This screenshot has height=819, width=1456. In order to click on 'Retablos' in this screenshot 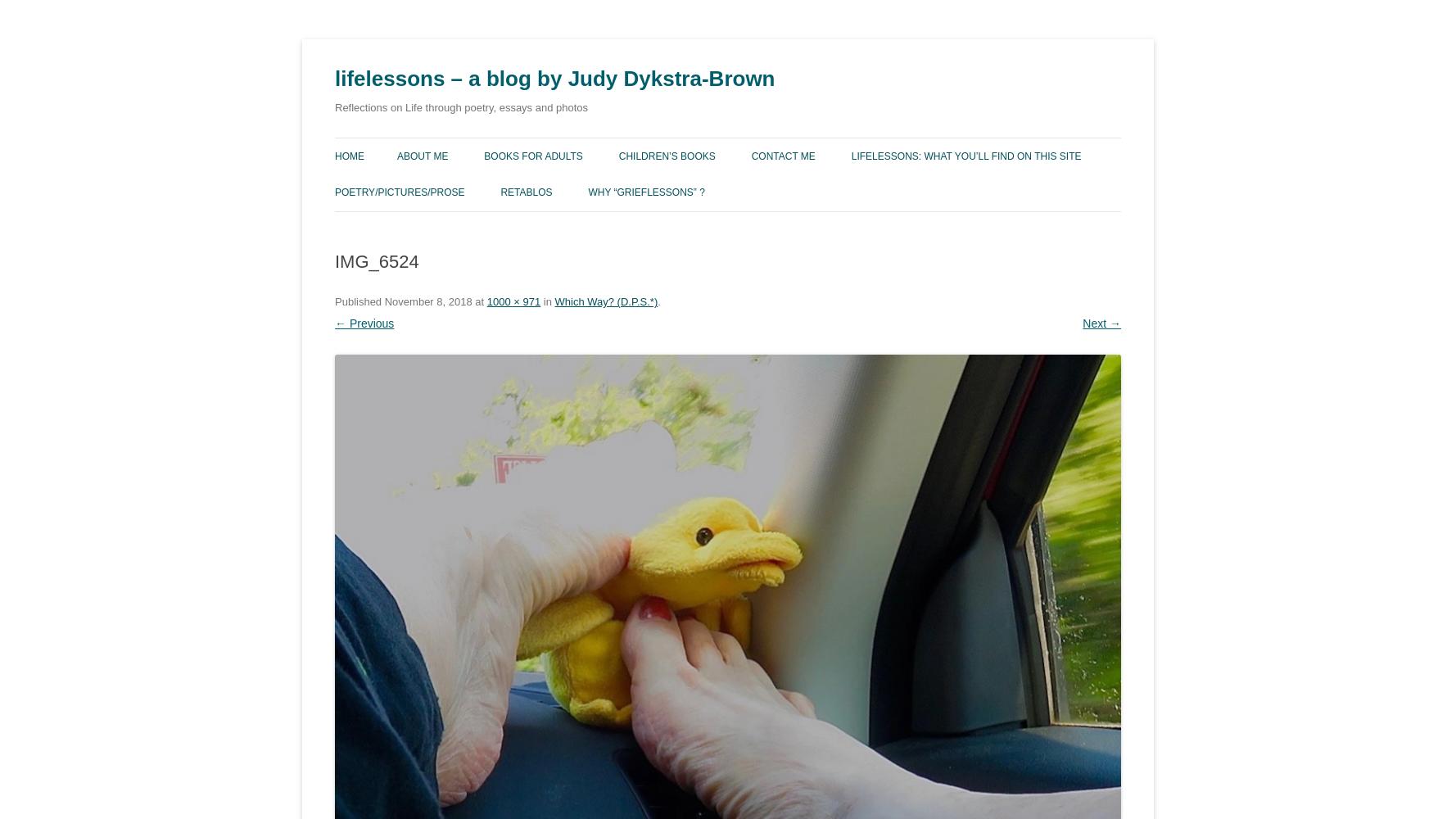, I will do `click(526, 192)`.